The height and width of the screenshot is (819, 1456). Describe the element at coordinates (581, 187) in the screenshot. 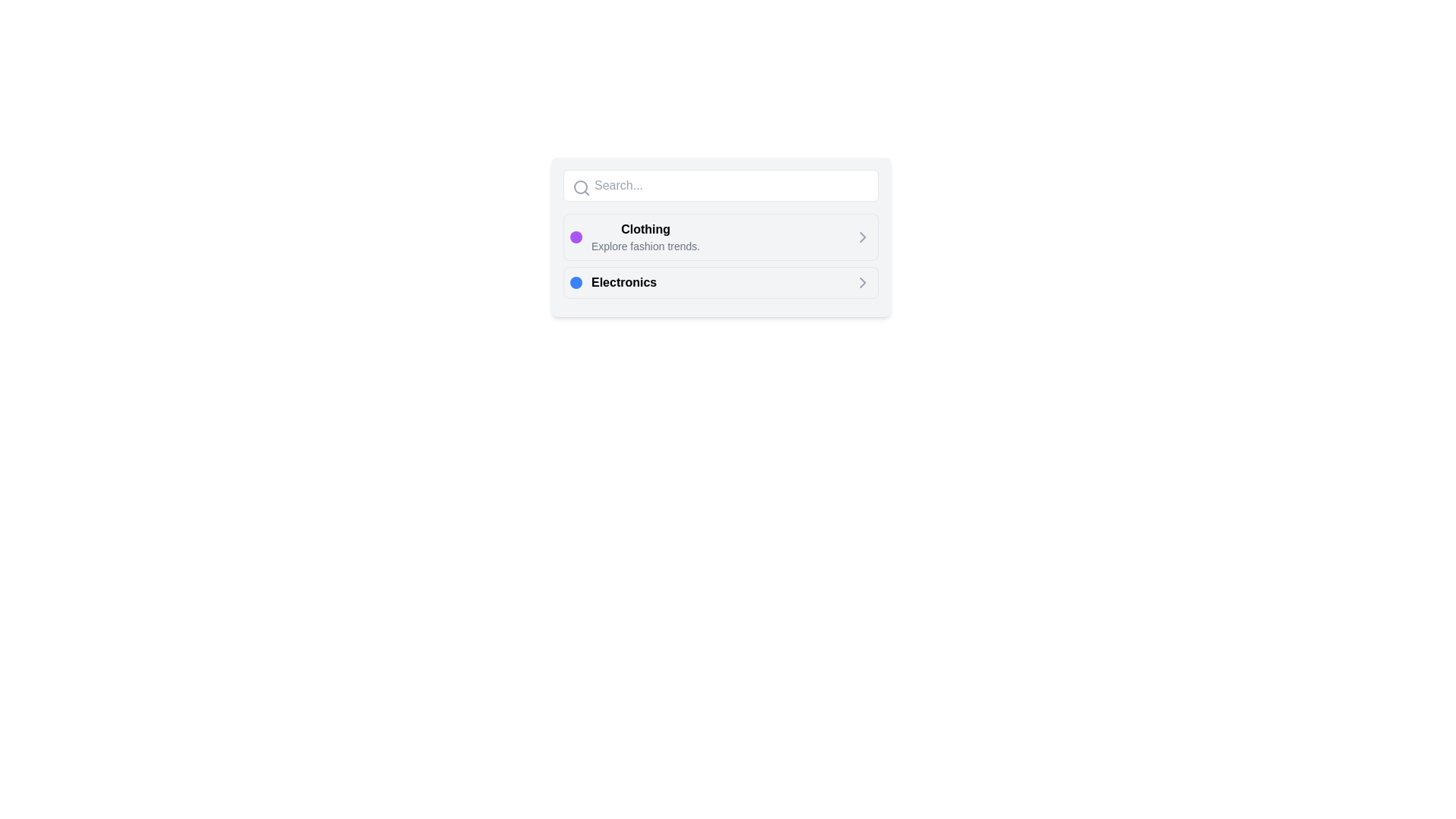

I see `the search icon located at the top-left of the search bar, which symbolizes the search functionality adjacent to the 'Search...' text field` at that location.